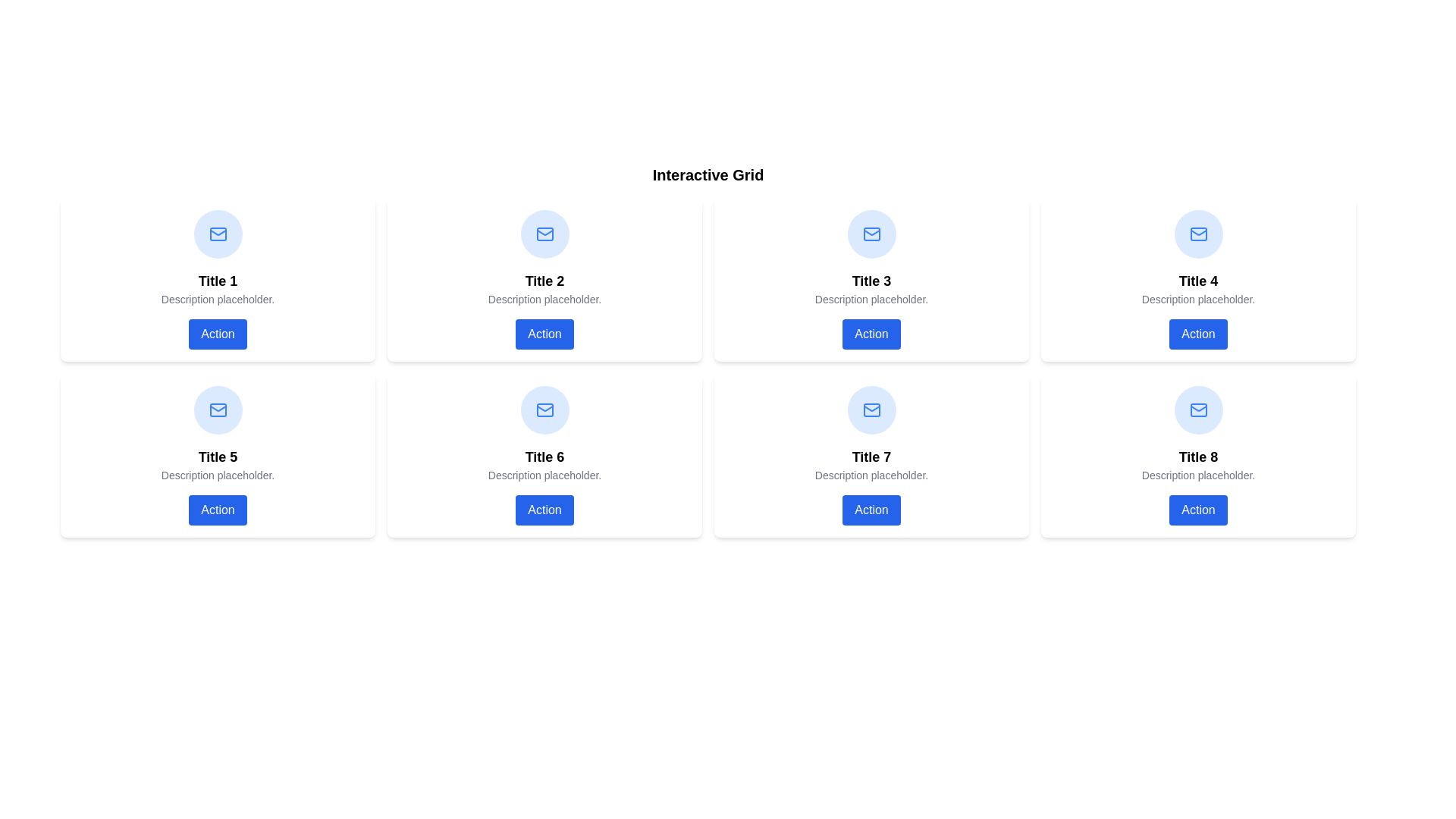 The image size is (1456, 819). Describe the element at coordinates (871, 234) in the screenshot. I see `the central mail icon in the 'Title 3' card, located in the second column of the first row of the grid` at that location.